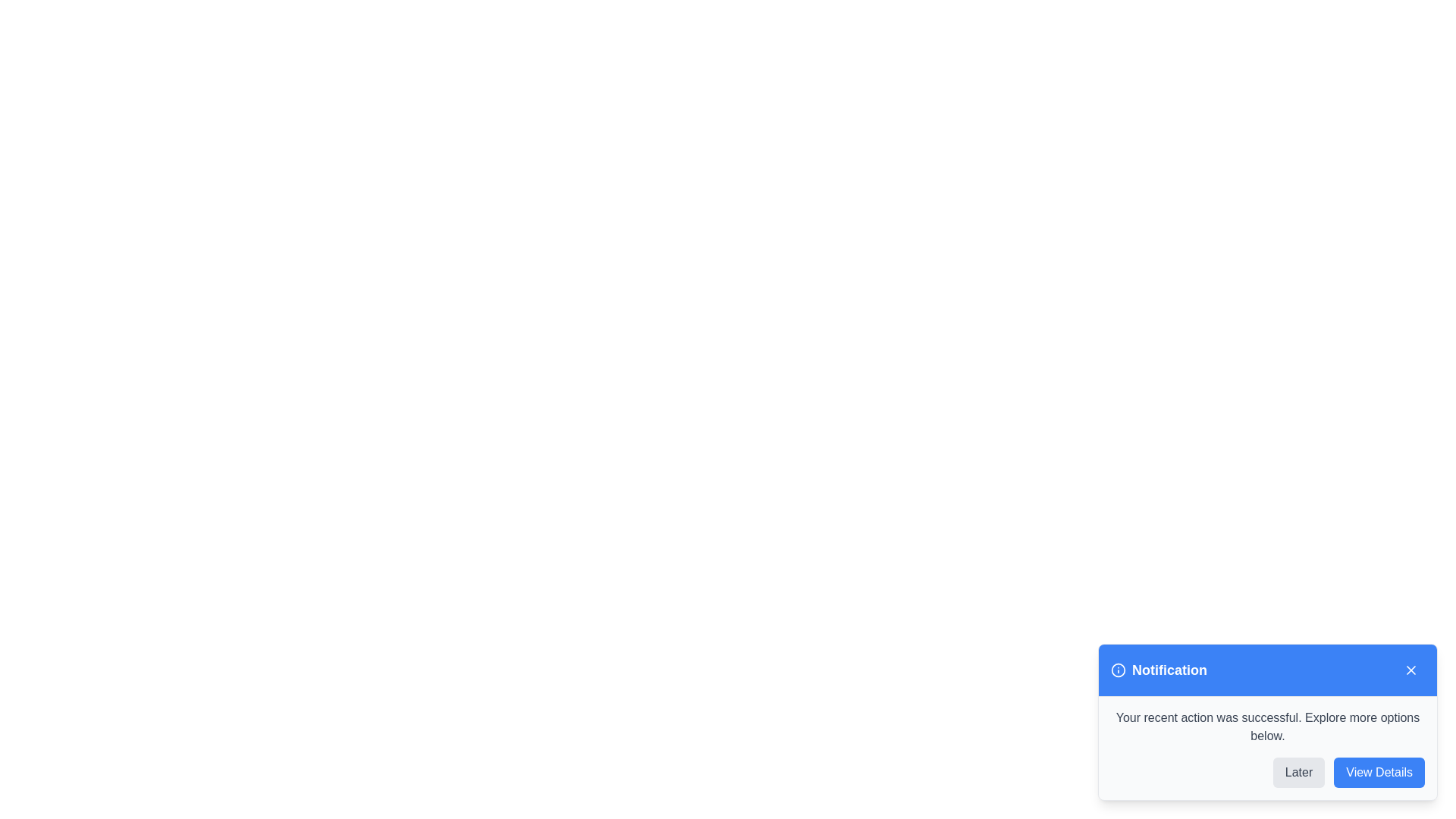 Image resolution: width=1456 pixels, height=819 pixels. What do you see at coordinates (1267, 772) in the screenshot?
I see `the buttons in the notification card located near the bottom, below the text 'Your recent action was successful. Explore more options below.'` at bounding box center [1267, 772].